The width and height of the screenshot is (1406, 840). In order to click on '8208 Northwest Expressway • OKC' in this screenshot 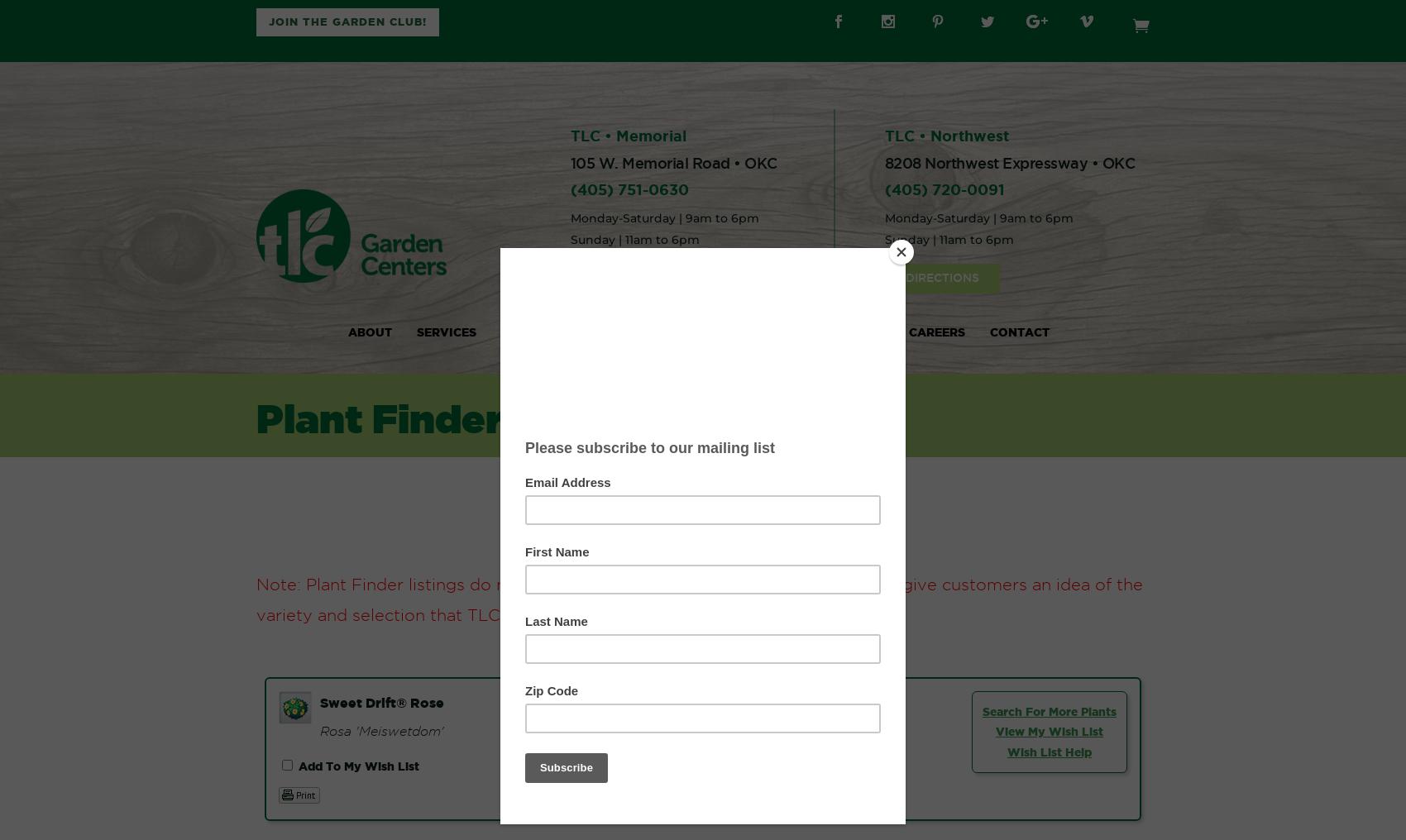, I will do `click(1008, 162)`.